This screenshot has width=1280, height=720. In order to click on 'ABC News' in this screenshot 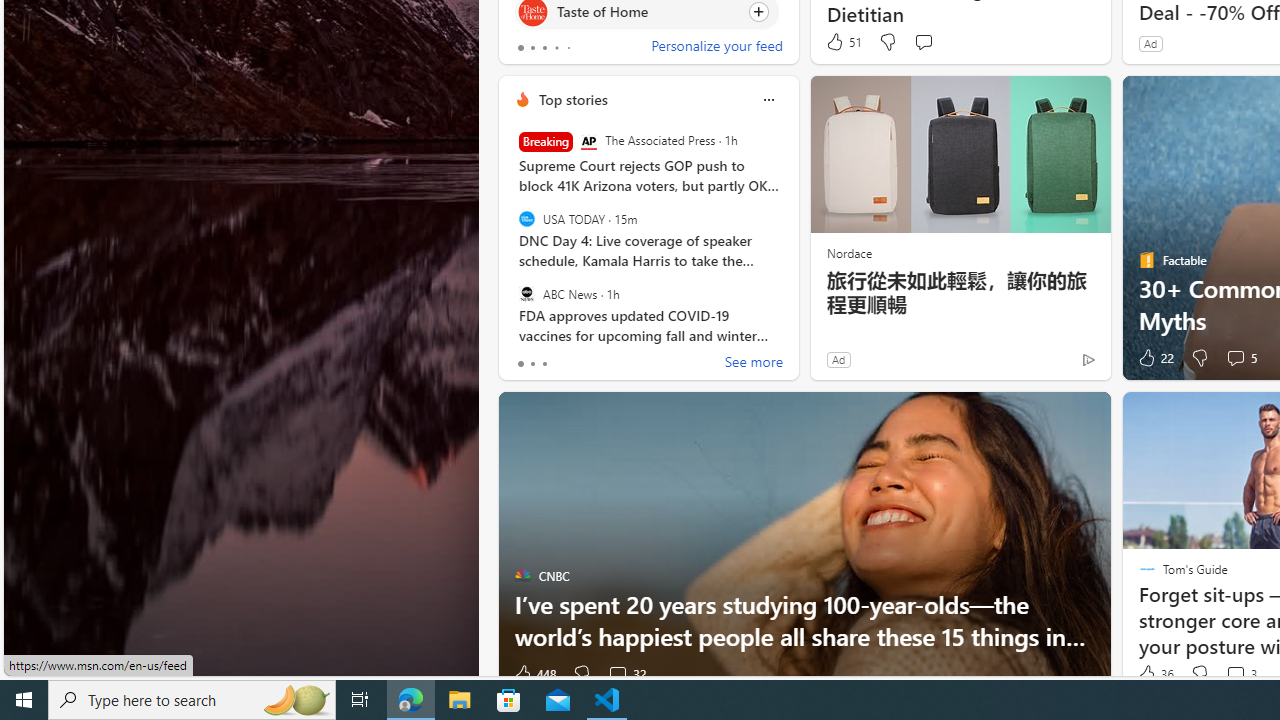, I will do `click(526, 293)`.